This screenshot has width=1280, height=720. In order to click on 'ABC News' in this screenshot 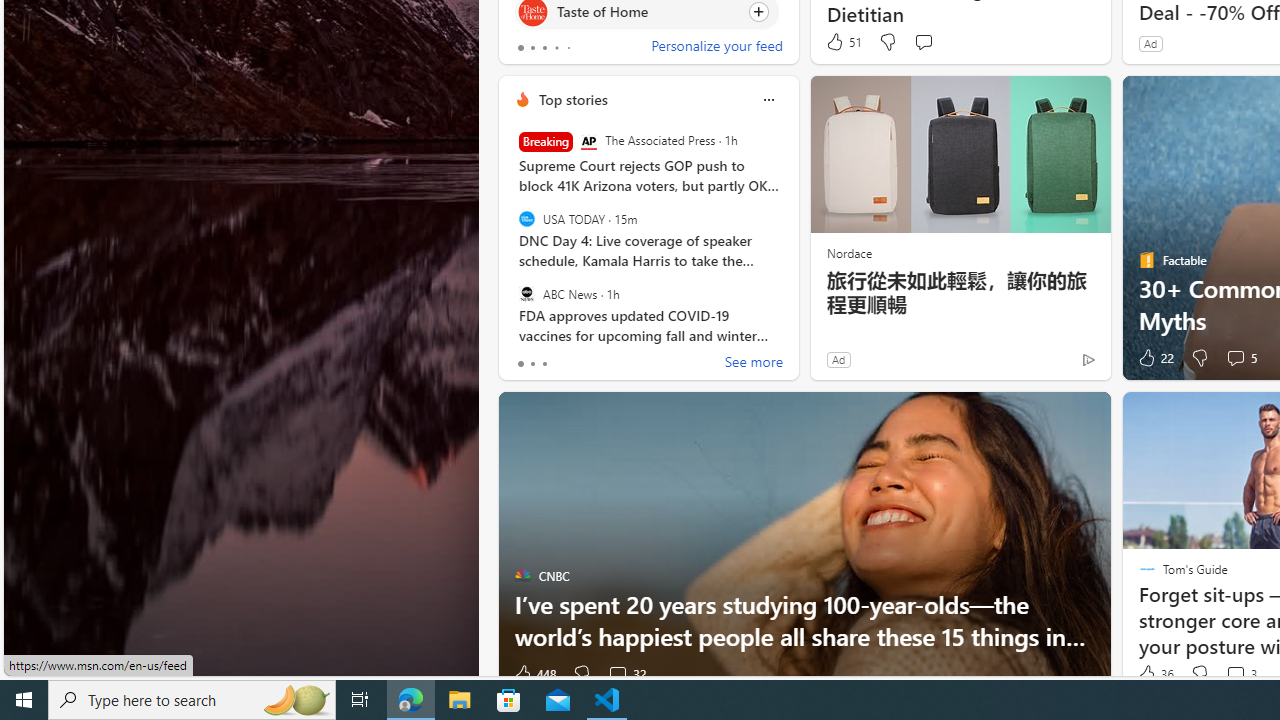, I will do `click(526, 293)`.